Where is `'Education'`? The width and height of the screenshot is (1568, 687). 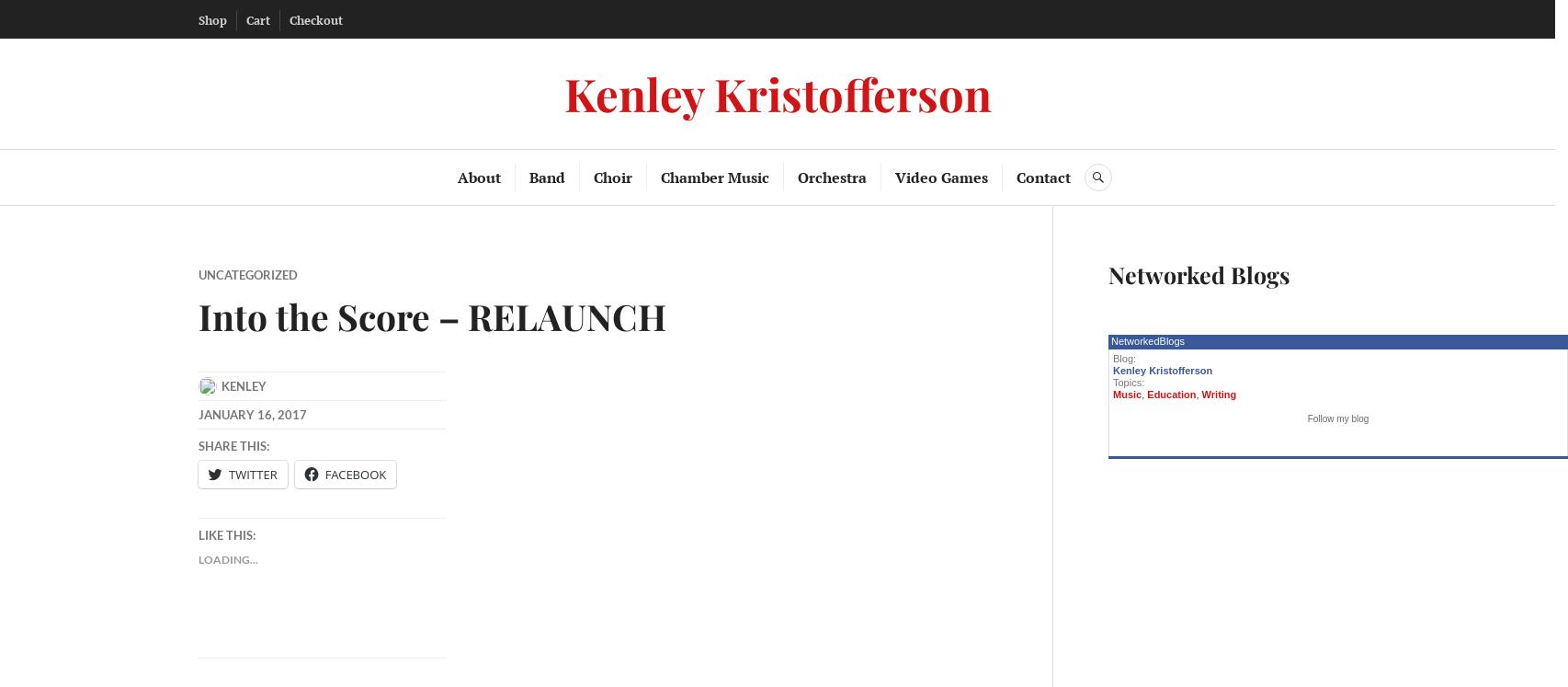 'Education' is located at coordinates (1171, 395).